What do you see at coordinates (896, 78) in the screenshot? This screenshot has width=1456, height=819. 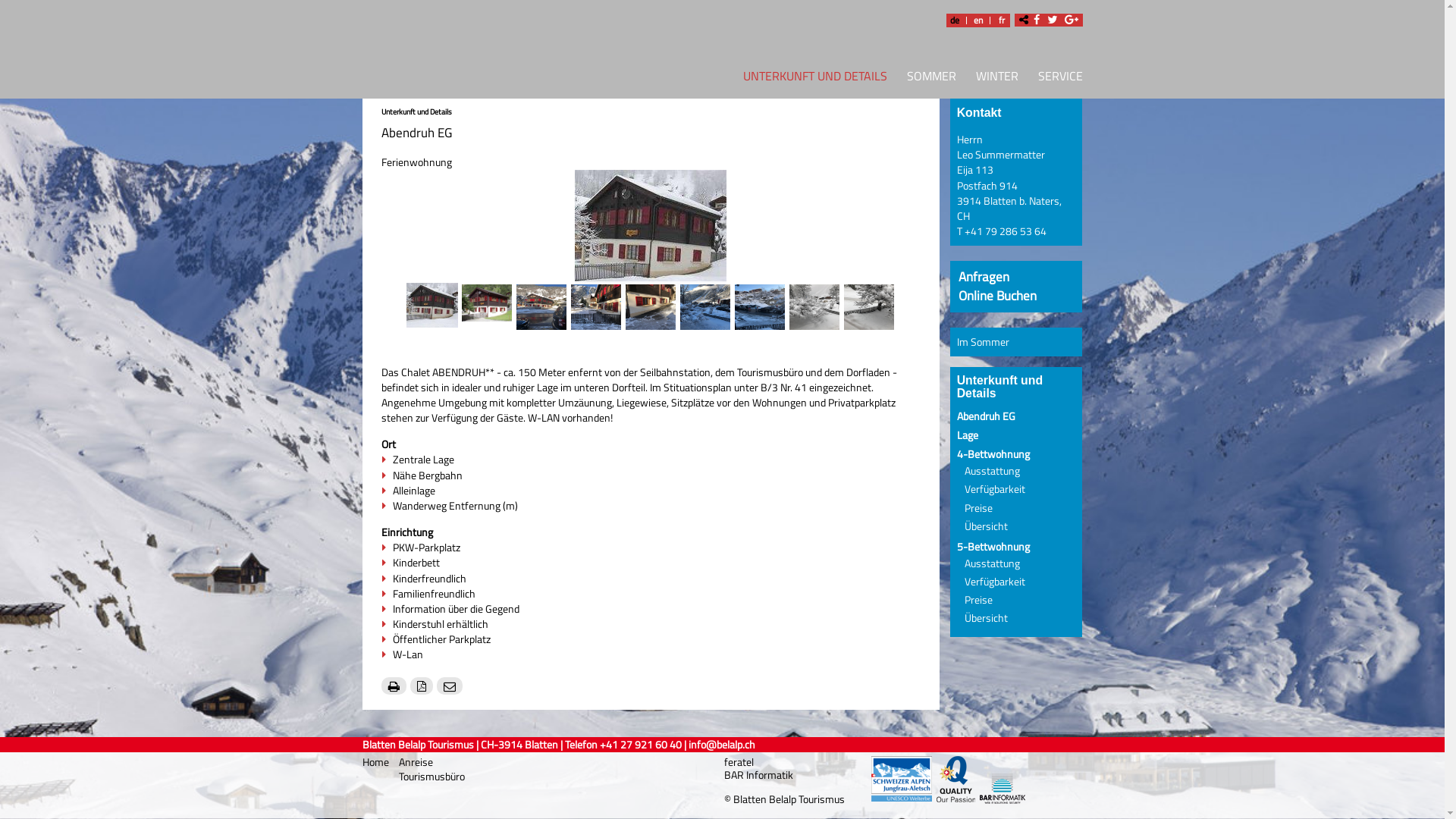 I see `'SOMMER'` at bounding box center [896, 78].